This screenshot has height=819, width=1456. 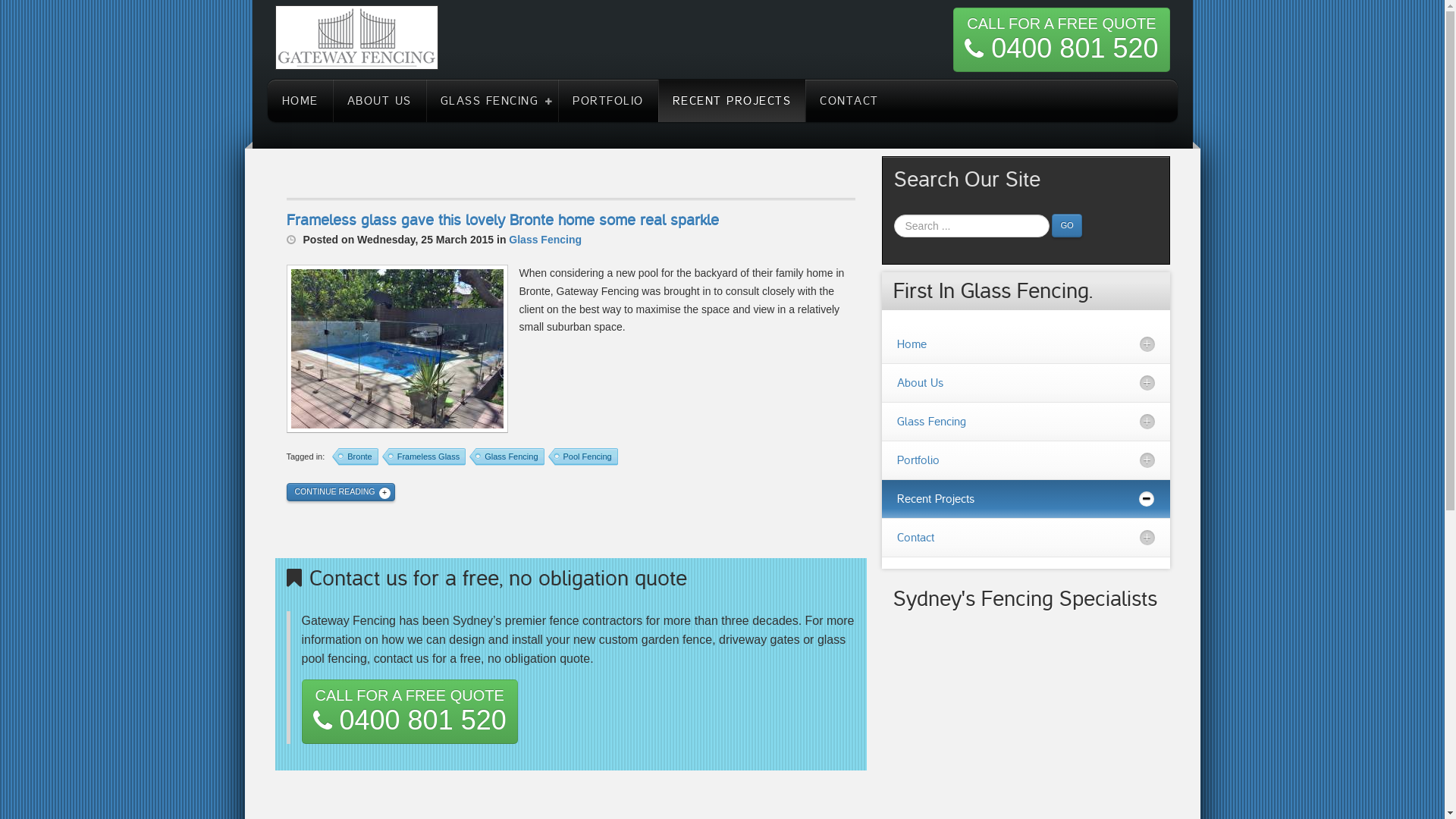 What do you see at coordinates (1025, 459) in the screenshot?
I see `'Portfolio'` at bounding box center [1025, 459].